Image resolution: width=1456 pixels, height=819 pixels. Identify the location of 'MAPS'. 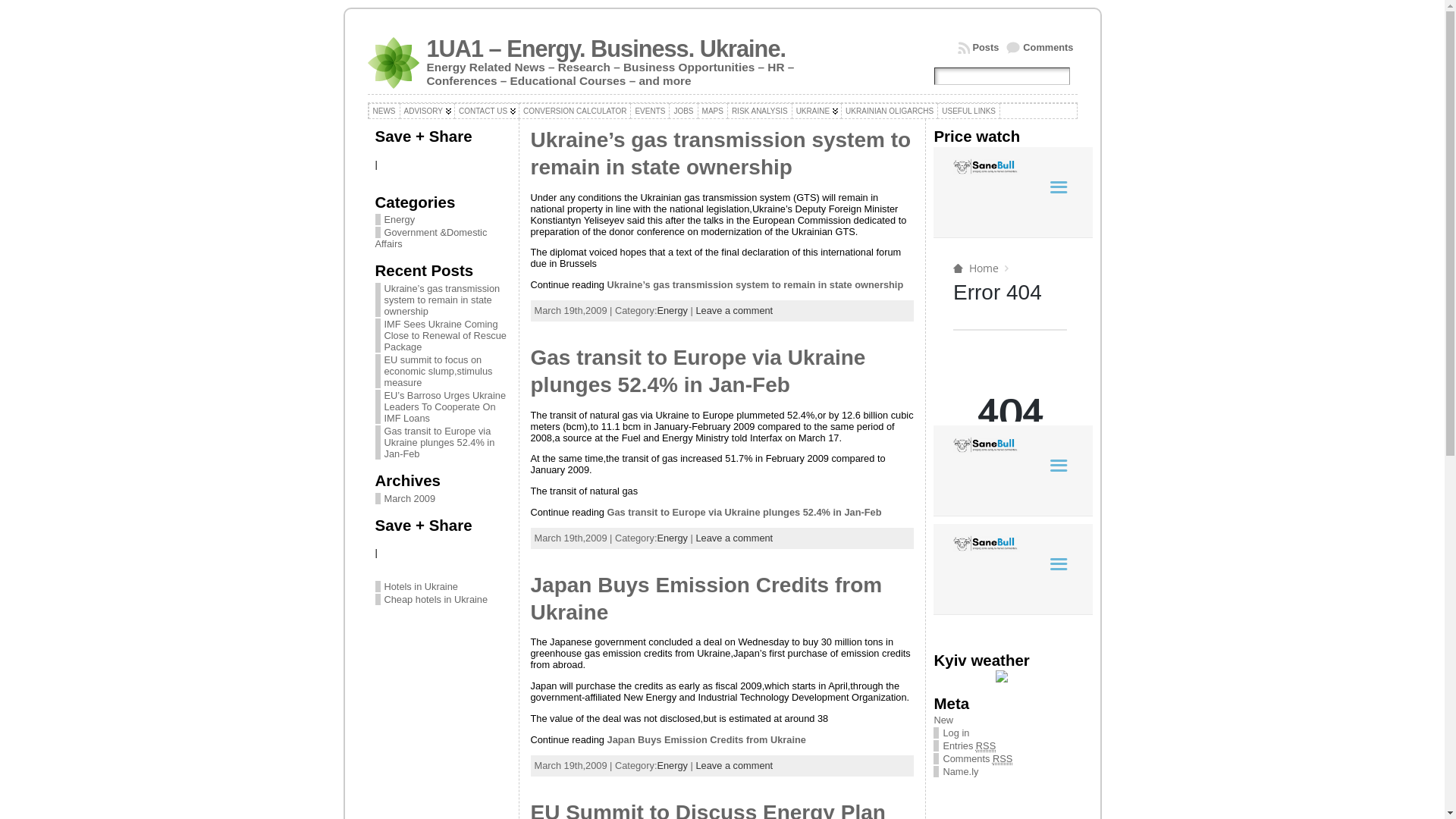
(712, 110).